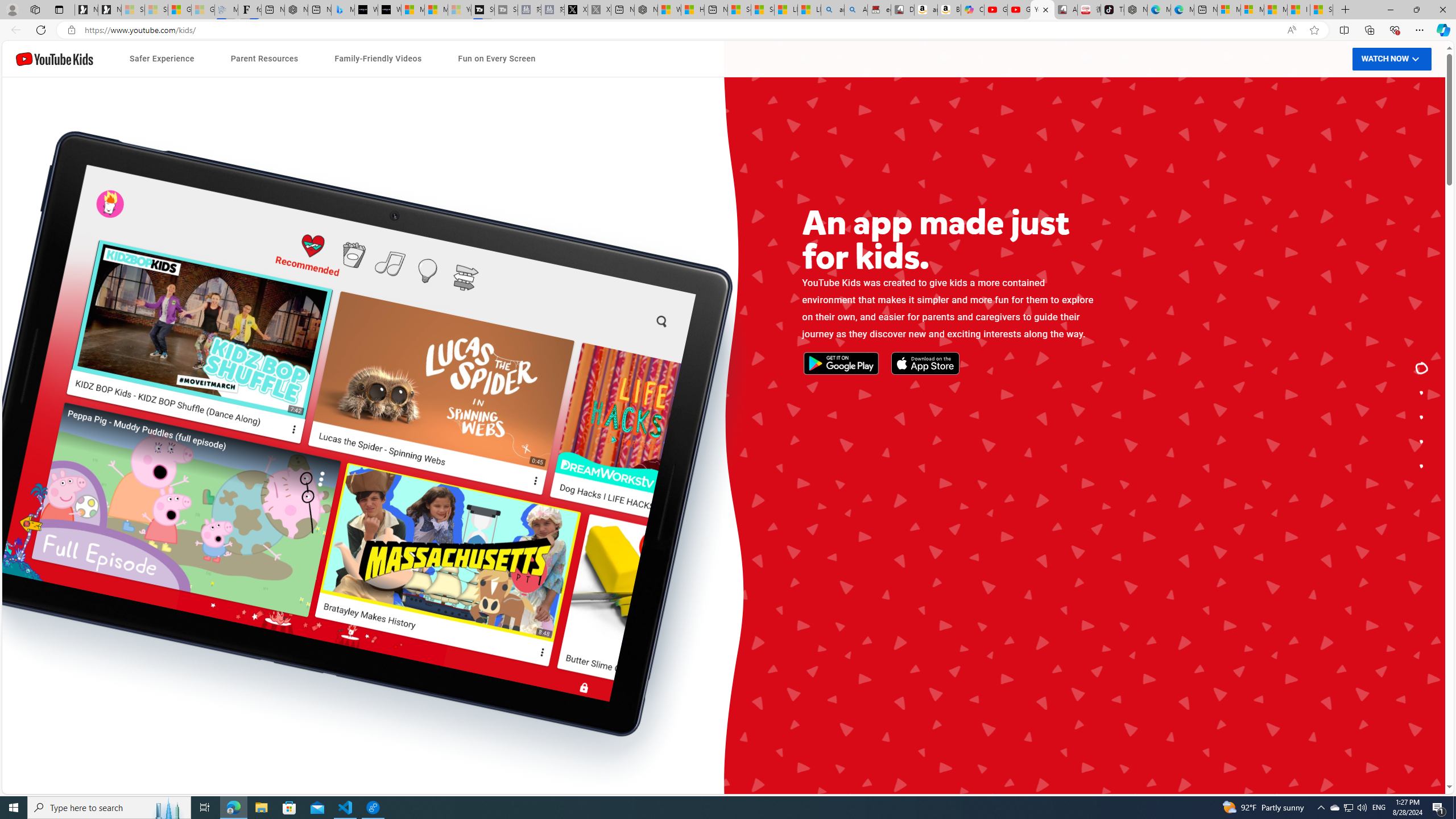 The width and height of the screenshot is (1456, 819). Describe the element at coordinates (1421, 416) in the screenshot. I see `'Tips and tools for your family.'` at that location.